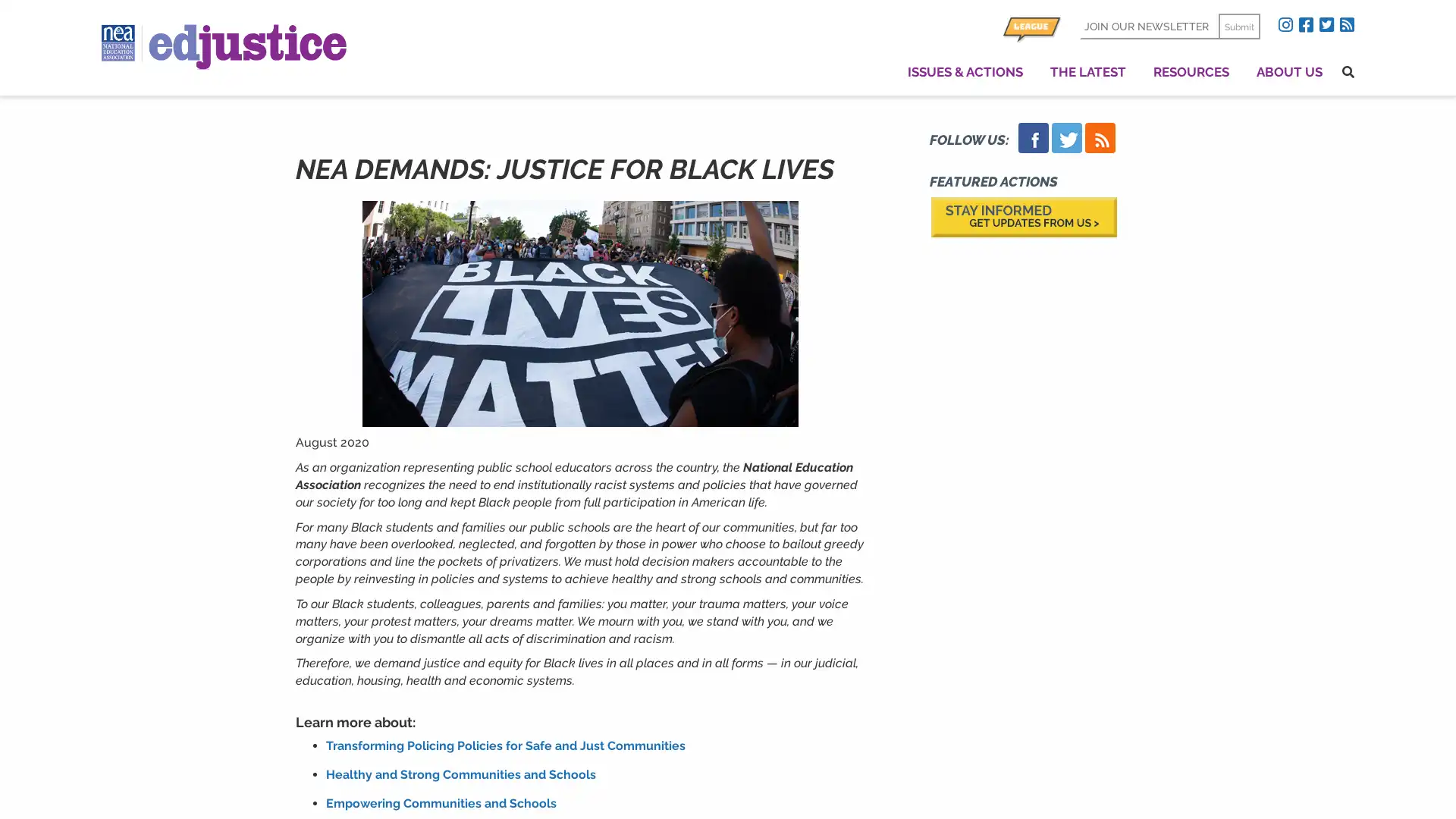 The width and height of the screenshot is (1456, 819). Describe the element at coordinates (1238, 26) in the screenshot. I see `Submit` at that location.